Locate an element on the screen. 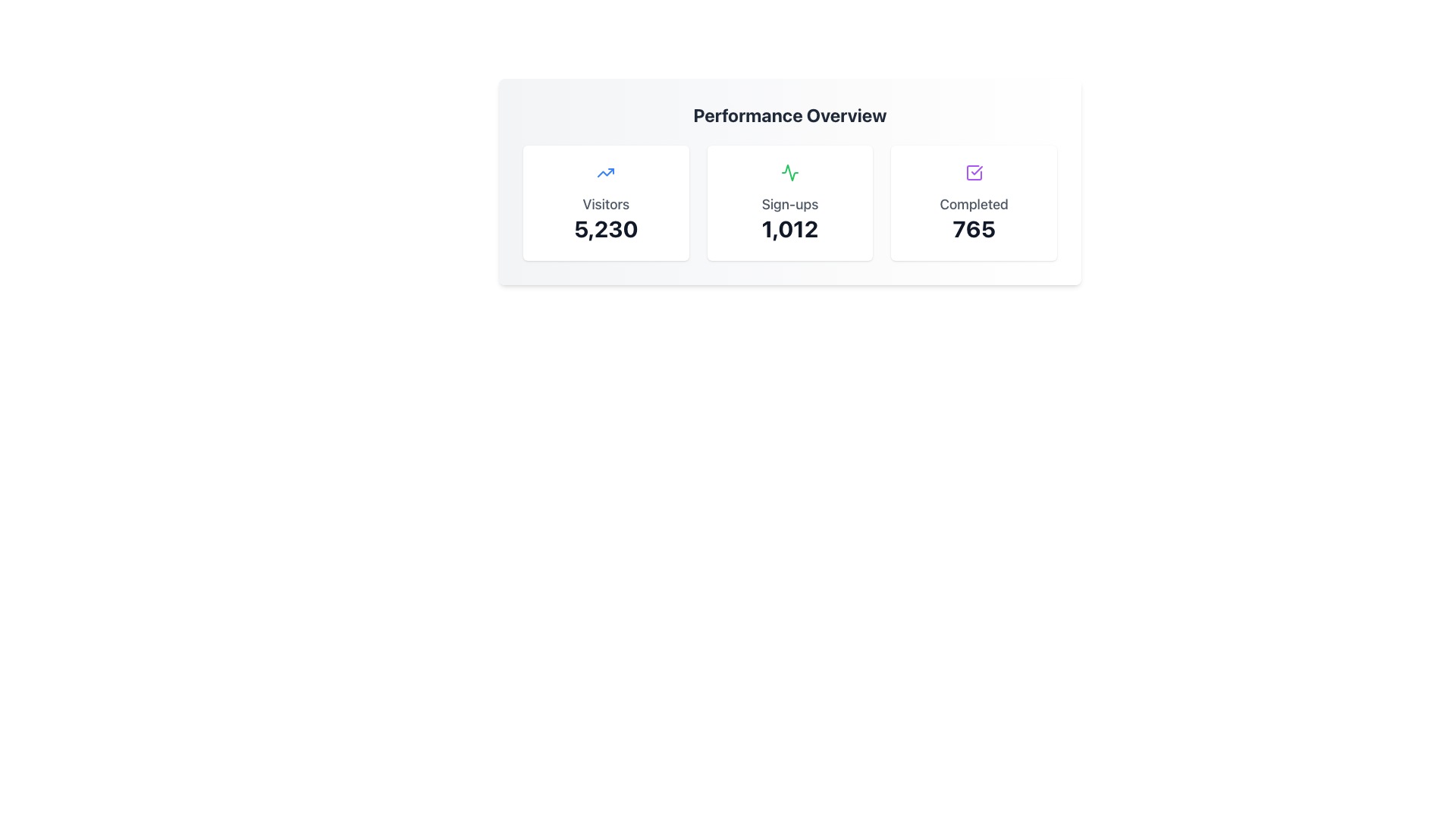  the visitor metrics icon located at the top of the card that displays 'Visitors' and the value '5,230' is located at coordinates (605, 171).